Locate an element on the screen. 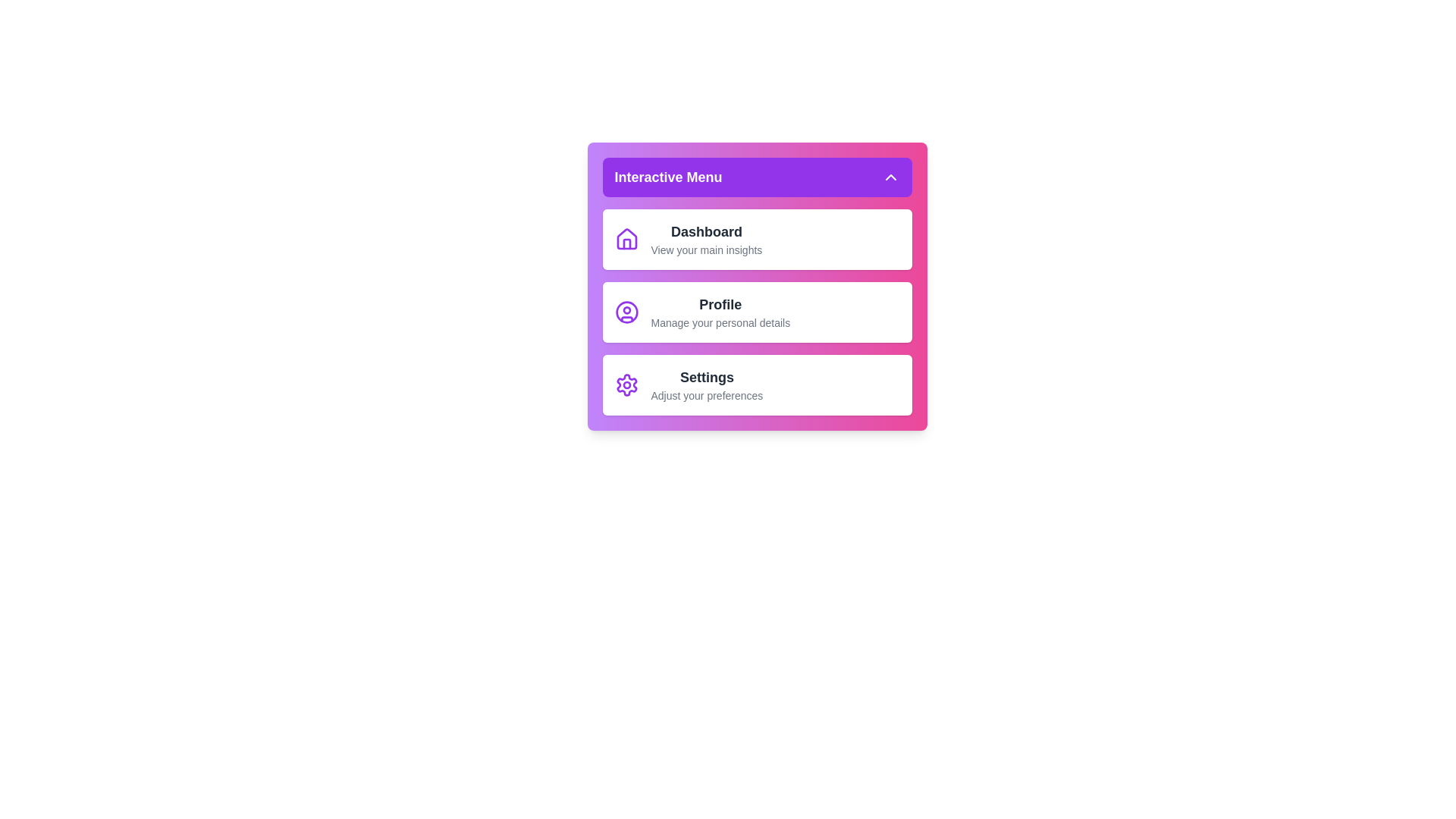  the menu item Settings is located at coordinates (757, 384).